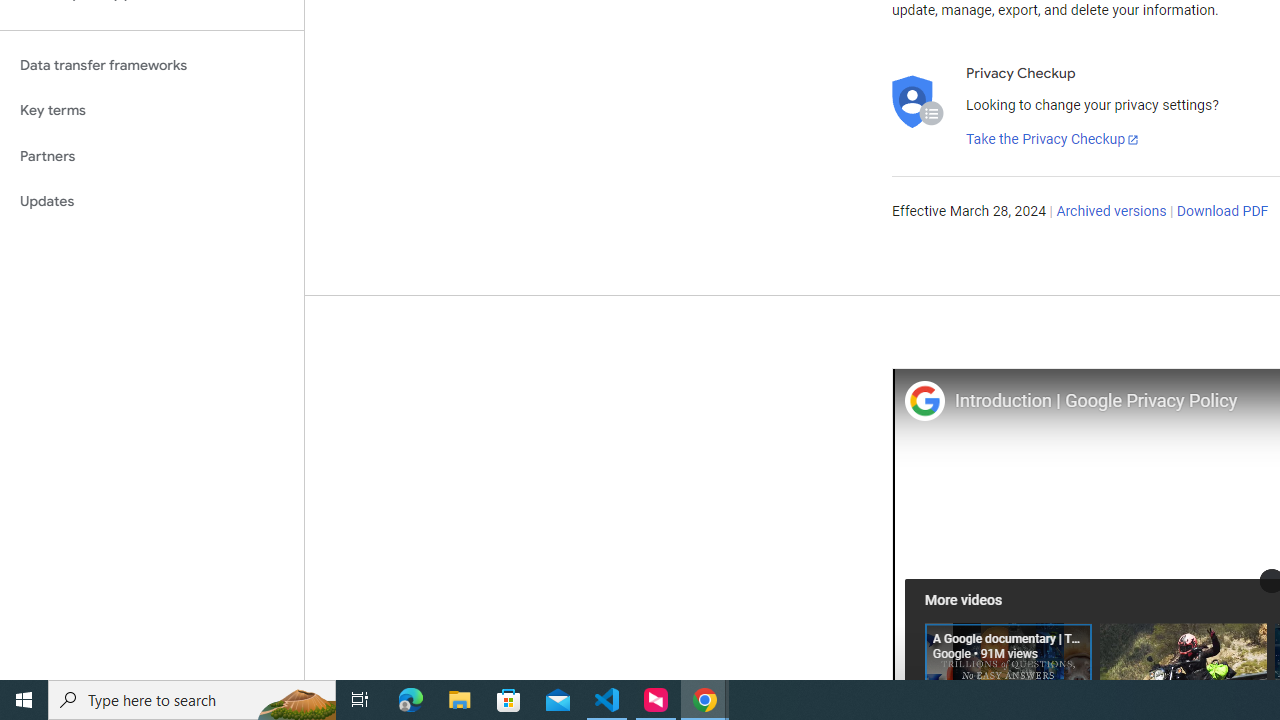  What do you see at coordinates (1052, 139) in the screenshot?
I see `'Take the Privacy Checkup'` at bounding box center [1052, 139].